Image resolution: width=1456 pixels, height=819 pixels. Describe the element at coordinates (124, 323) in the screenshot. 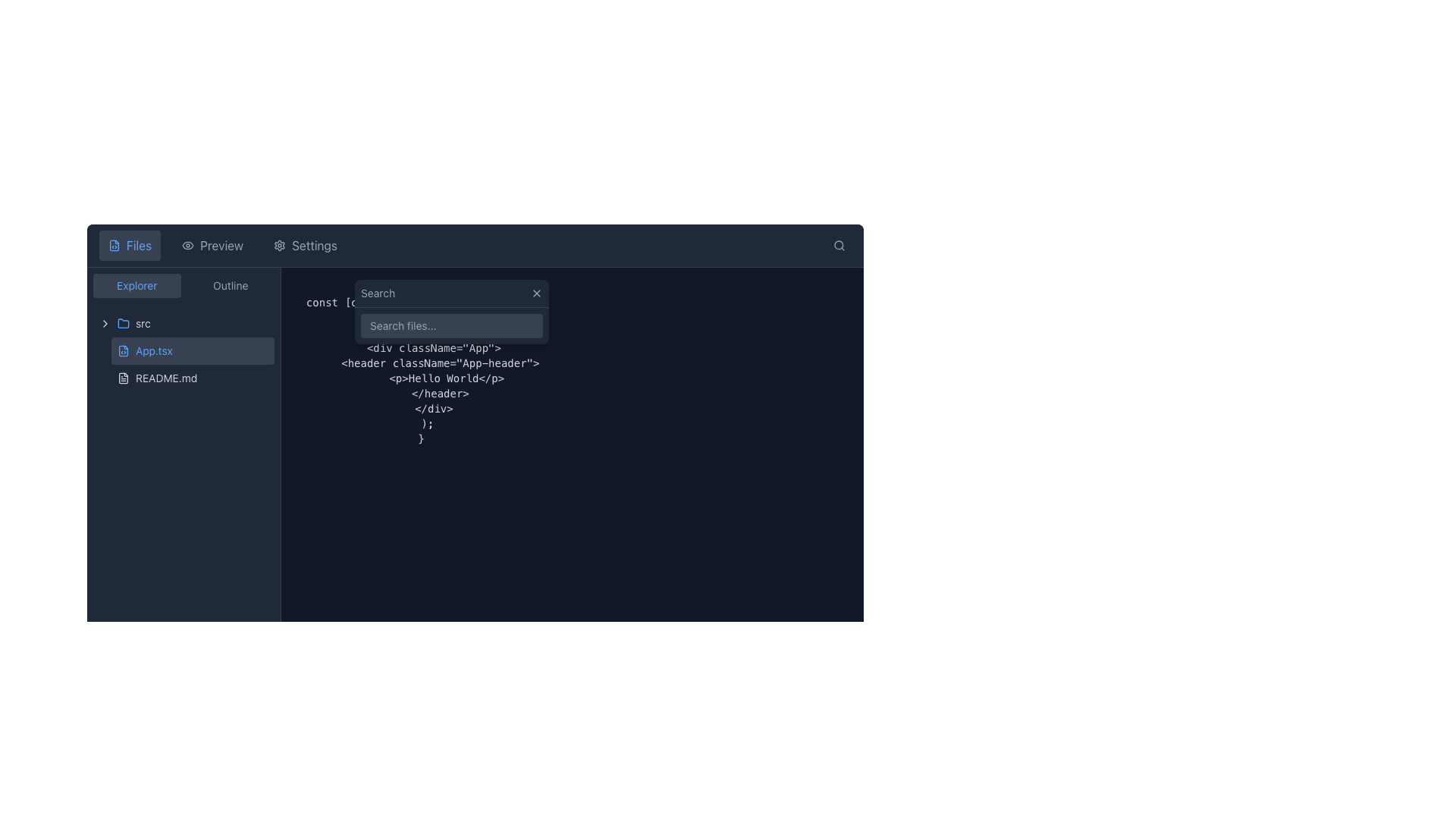

I see `the folder icon styled with sharp edges and filled with blue color, located in the sidebar next to the 'src' label and the right-facing chevron icon` at that location.